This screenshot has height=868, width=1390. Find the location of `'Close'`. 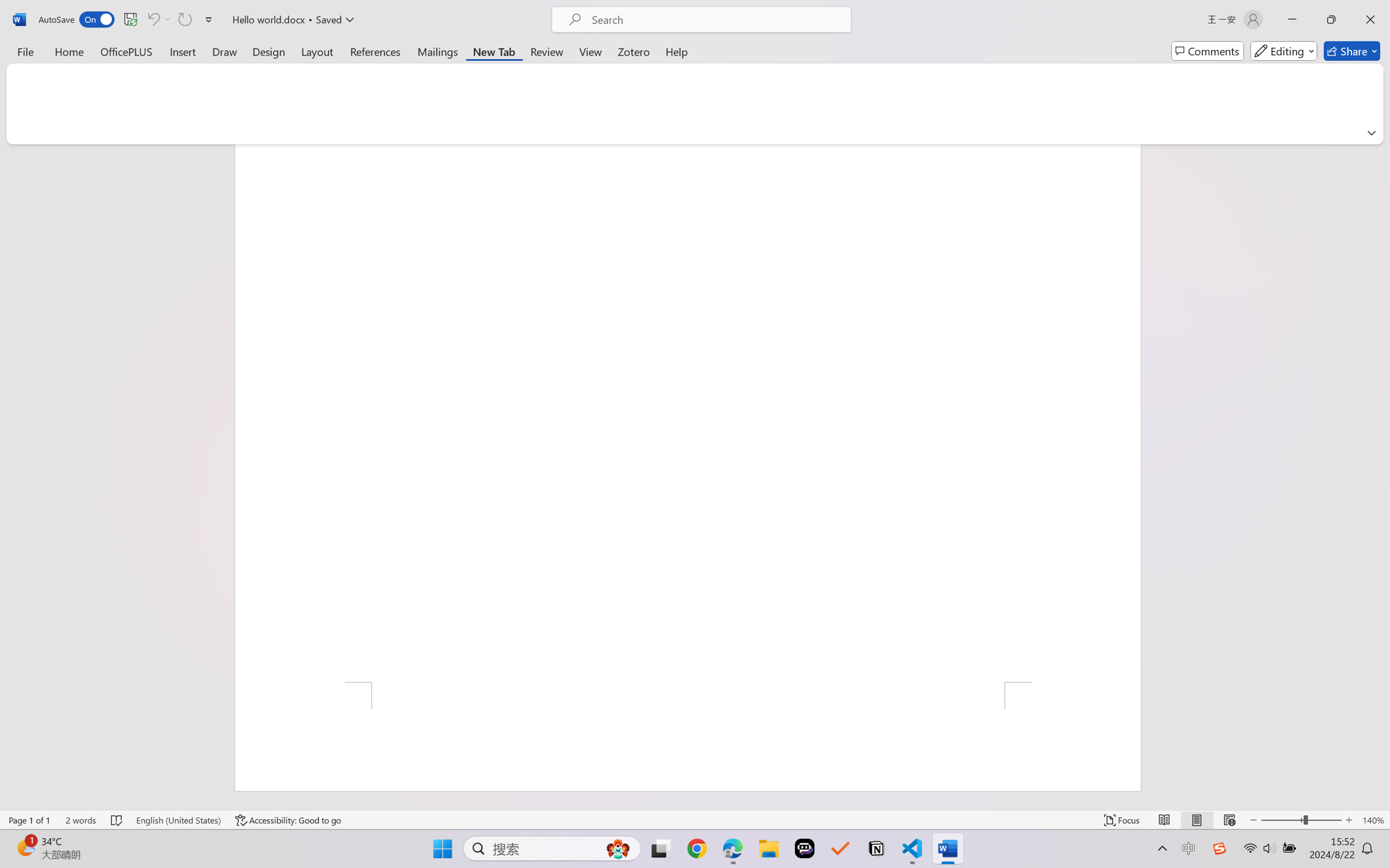

'Close' is located at coordinates (1370, 19).